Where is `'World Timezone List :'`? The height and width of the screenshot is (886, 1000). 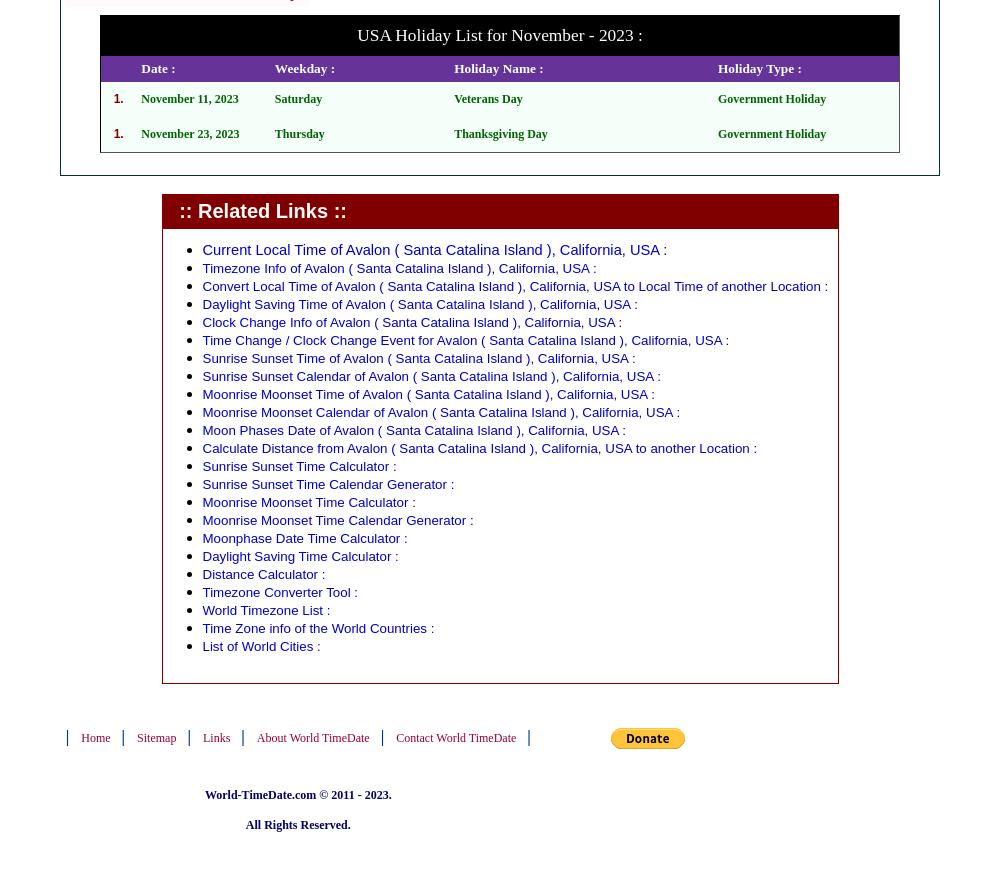
'World Timezone List :' is located at coordinates (266, 609).